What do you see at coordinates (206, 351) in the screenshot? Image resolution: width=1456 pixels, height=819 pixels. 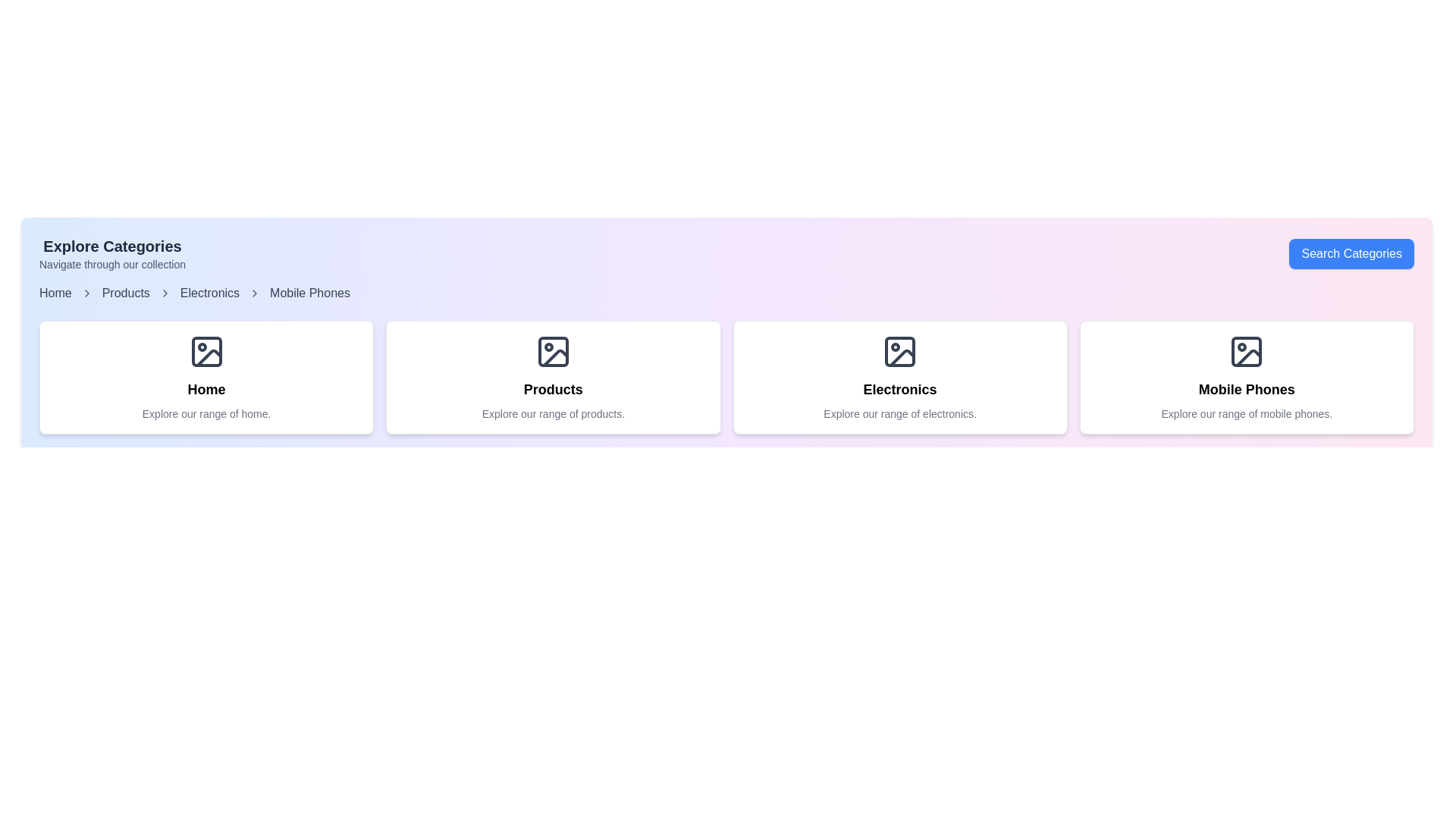 I see `the small rounded rectangle graphical decoration that is part of the image icon in the first card ('Home') of the horizontally arranged set of cards` at bounding box center [206, 351].